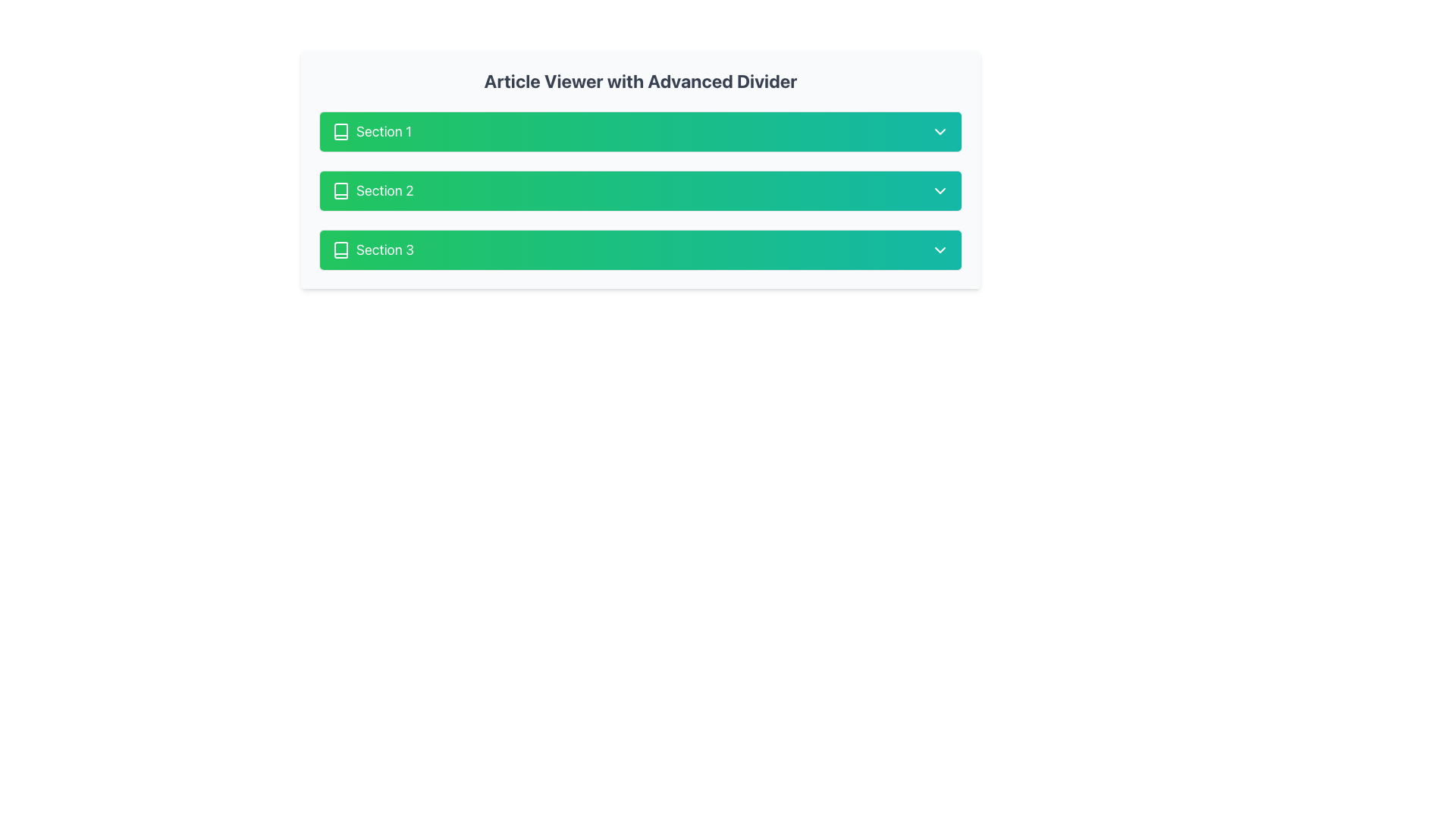 Image resolution: width=1456 pixels, height=819 pixels. What do you see at coordinates (640, 190) in the screenshot?
I see `the second section of the collapsible section header in the 'Article Viewer with Advanced Divider'` at bounding box center [640, 190].